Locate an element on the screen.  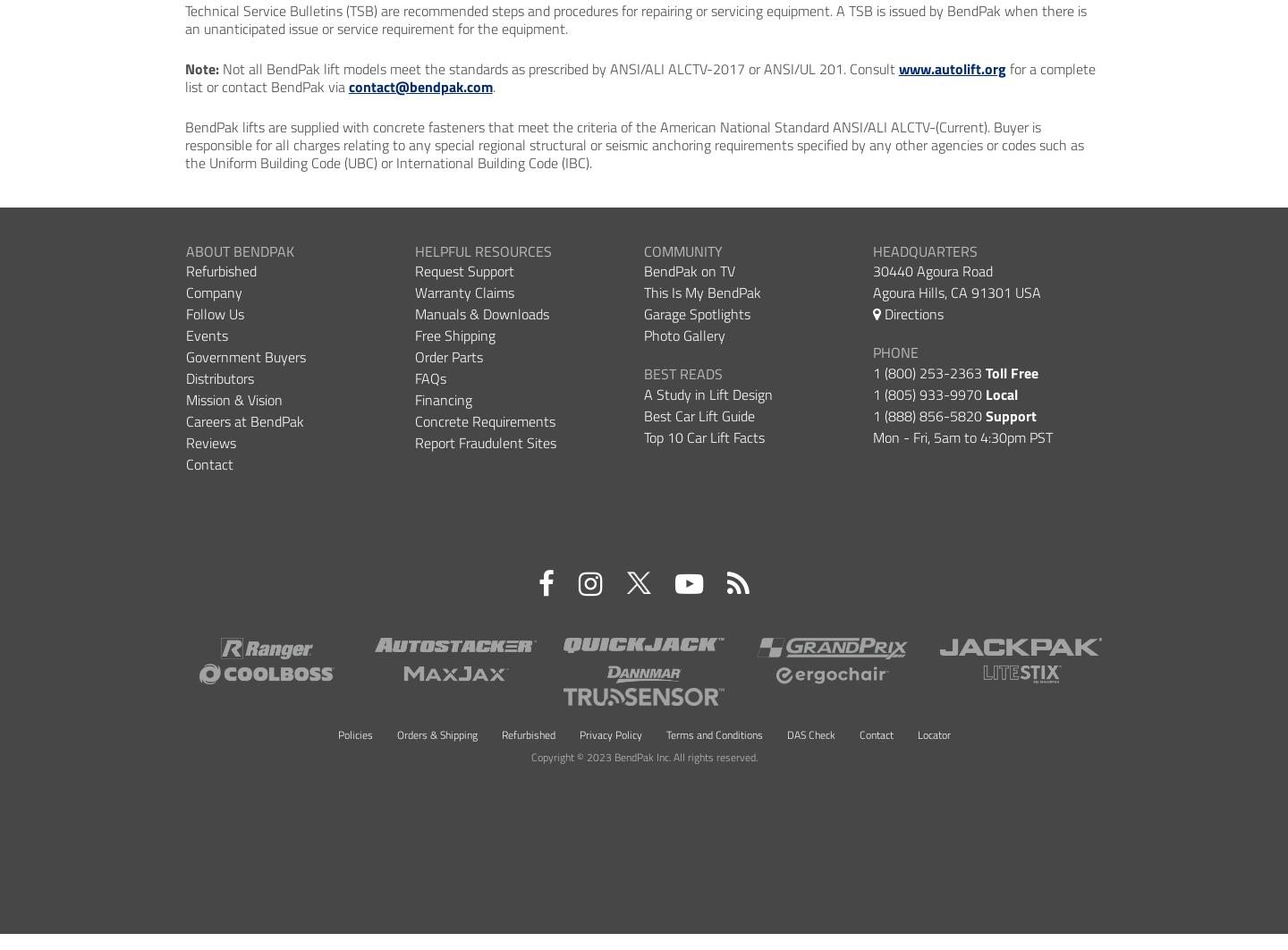
'Policies' is located at coordinates (353, 733).